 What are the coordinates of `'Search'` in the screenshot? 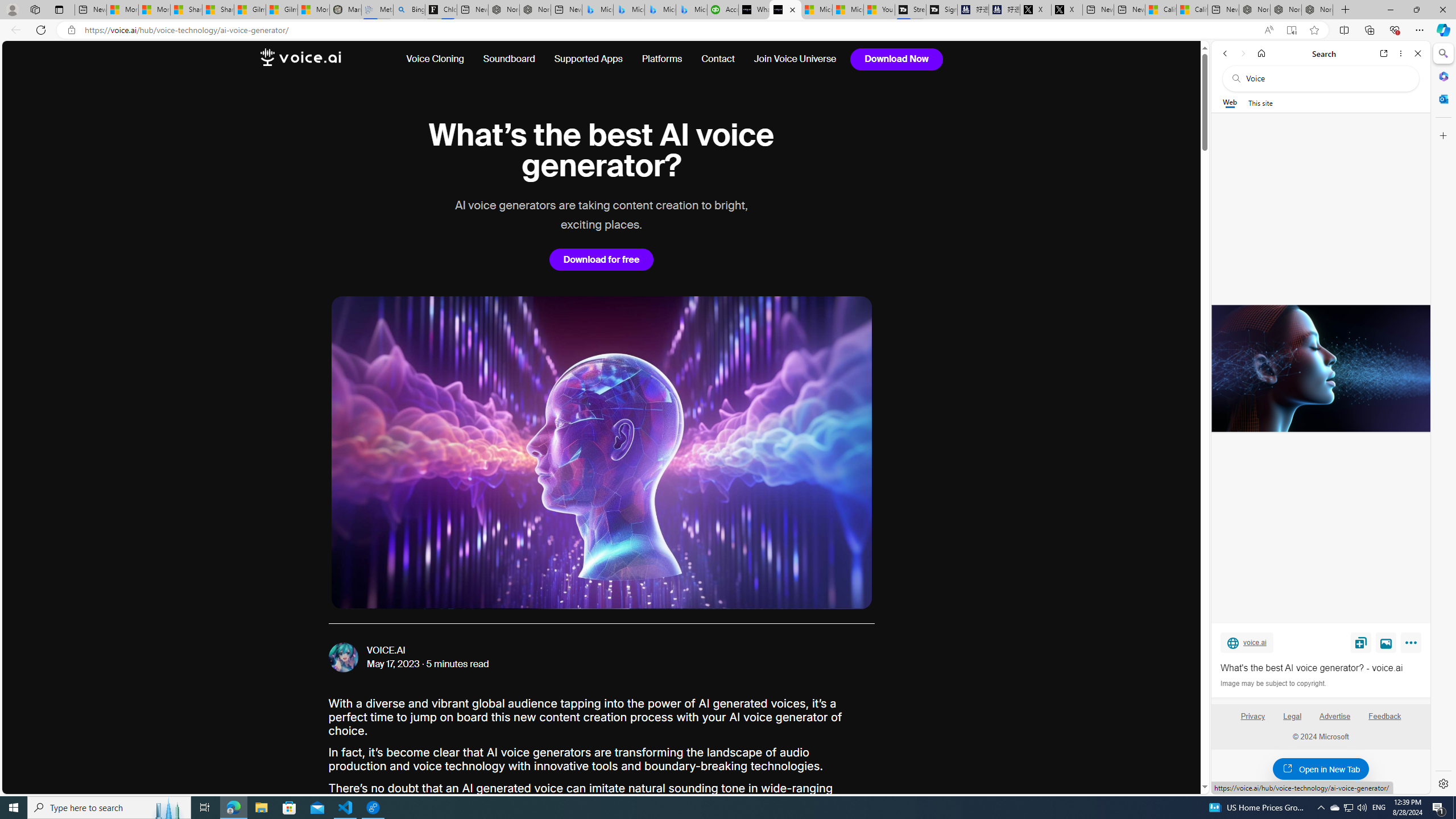 It's located at (1442, 53).